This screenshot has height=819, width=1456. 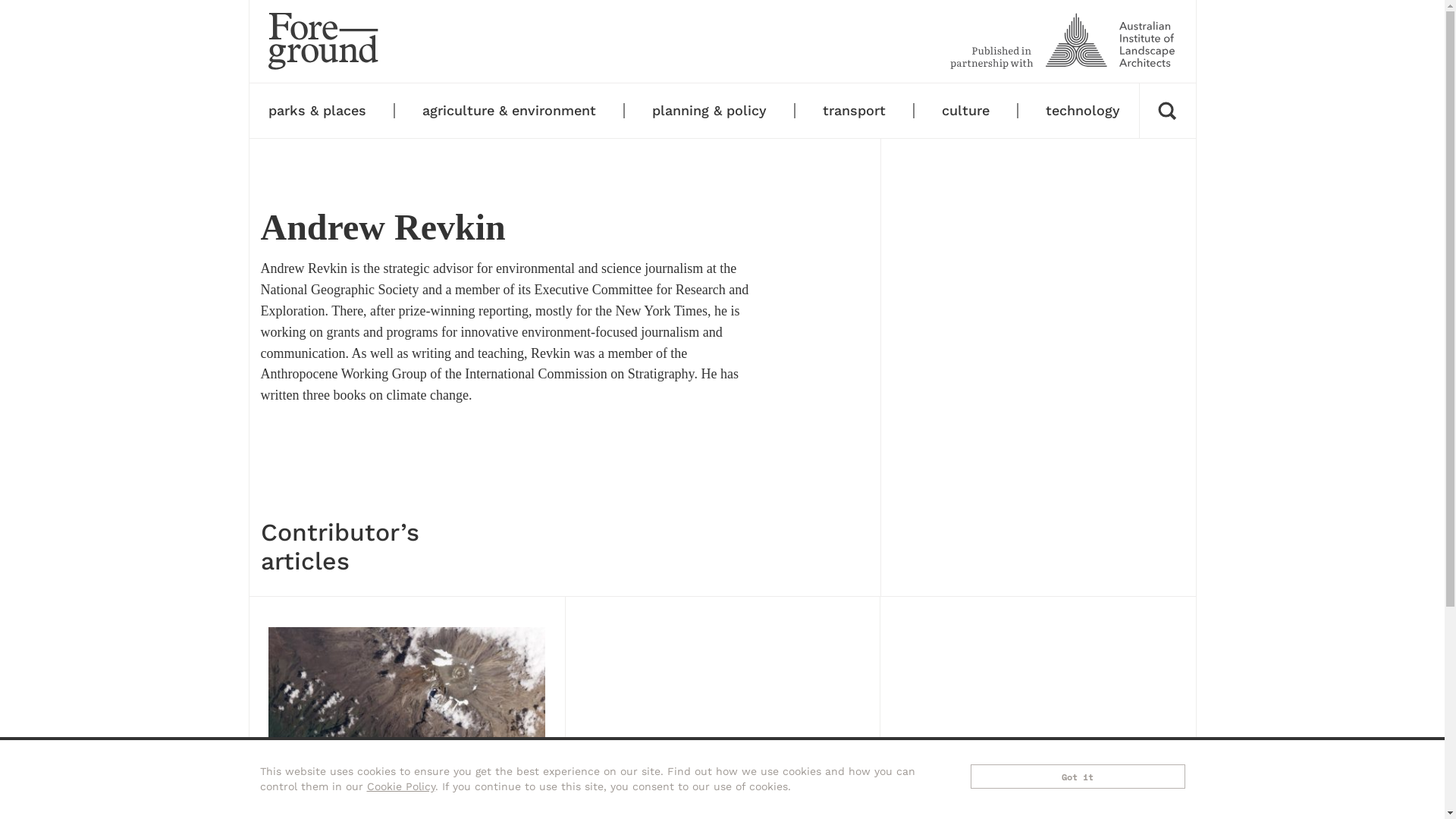 I want to click on 'agriculture & environment', so click(x=508, y=110).